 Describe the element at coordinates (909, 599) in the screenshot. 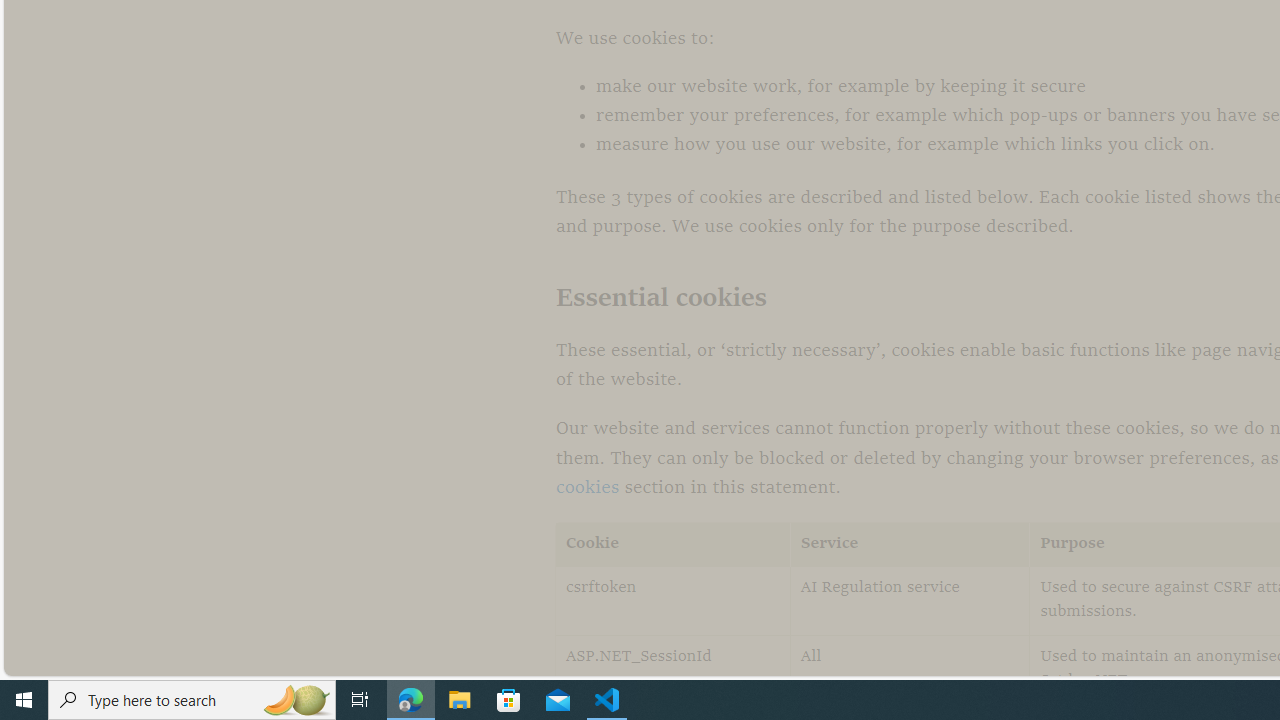

I see `'AI Regulation service'` at that location.